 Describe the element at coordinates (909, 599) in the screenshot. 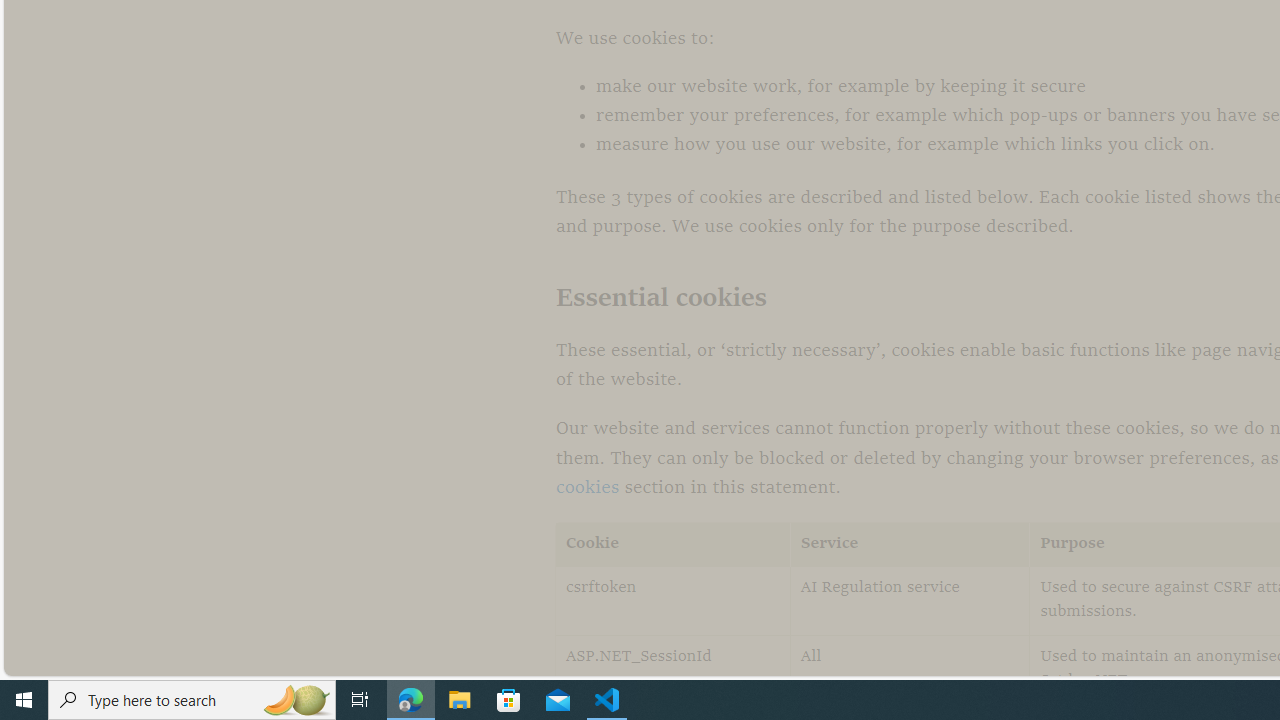

I see `'AI Regulation service'` at that location.